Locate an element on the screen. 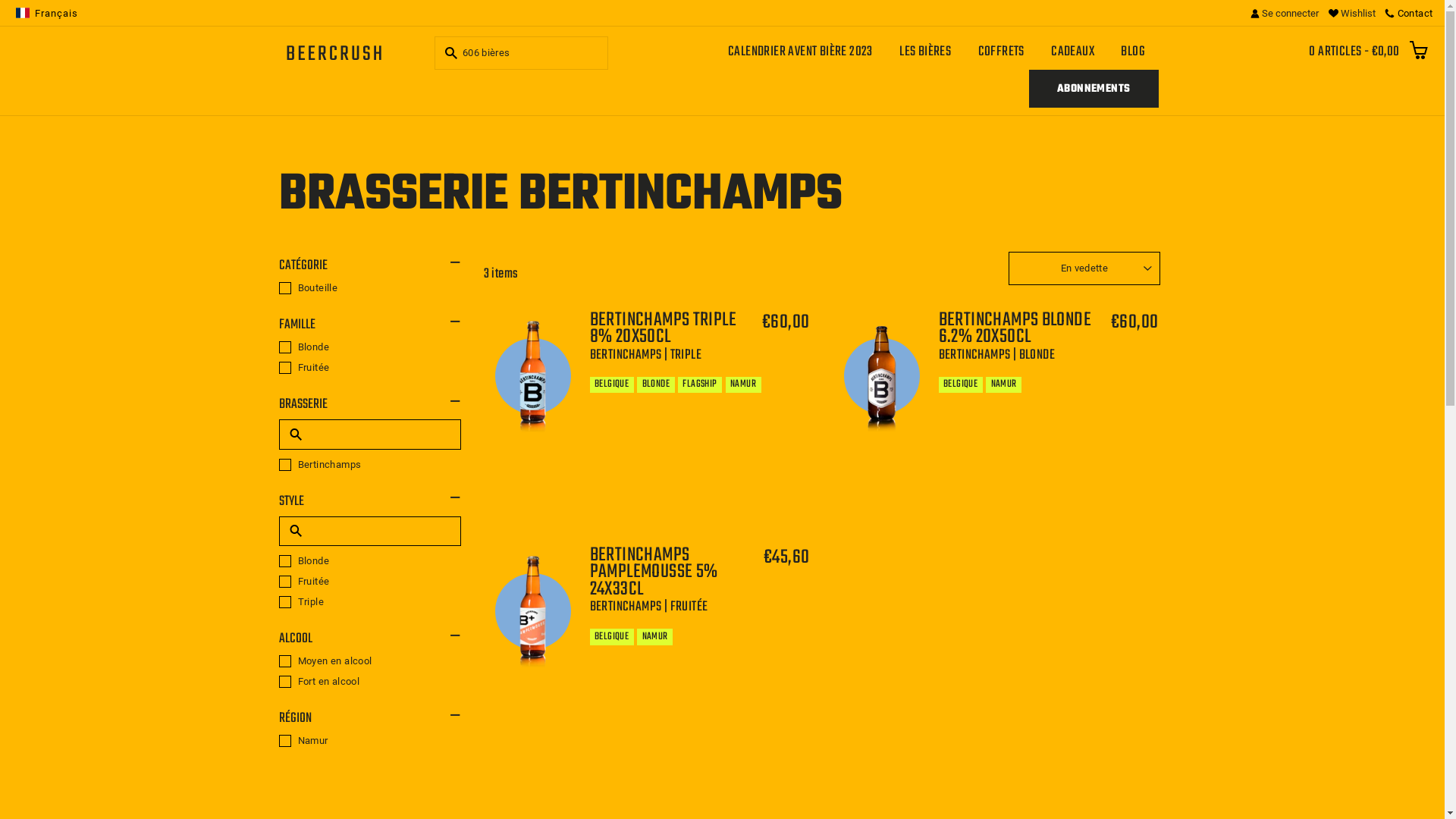 This screenshot has width=1456, height=819. 'ALCOOL' is located at coordinates (370, 639).